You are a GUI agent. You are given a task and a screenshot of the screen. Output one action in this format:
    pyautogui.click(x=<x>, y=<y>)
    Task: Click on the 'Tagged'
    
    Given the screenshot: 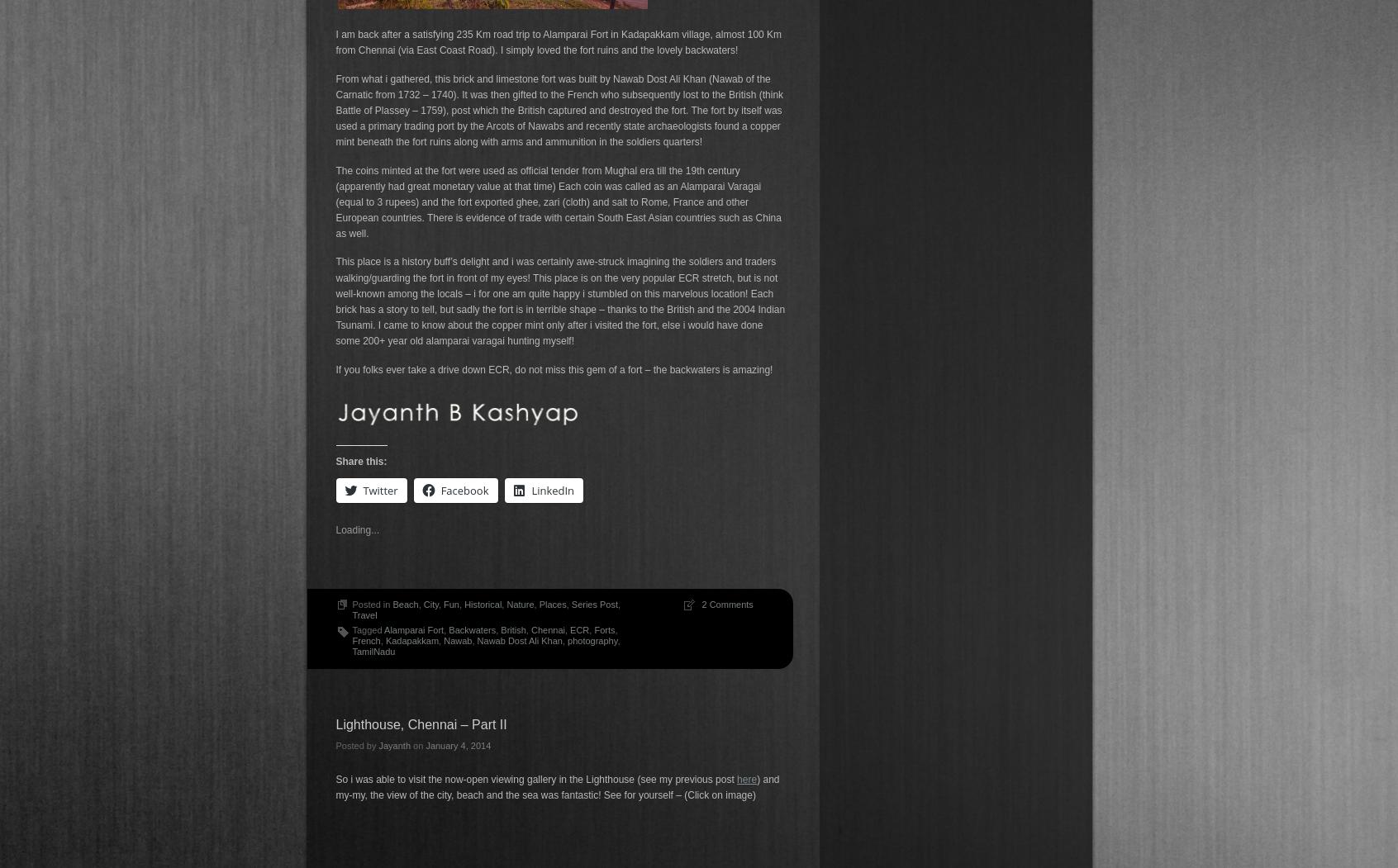 What is the action you would take?
    pyautogui.click(x=367, y=628)
    